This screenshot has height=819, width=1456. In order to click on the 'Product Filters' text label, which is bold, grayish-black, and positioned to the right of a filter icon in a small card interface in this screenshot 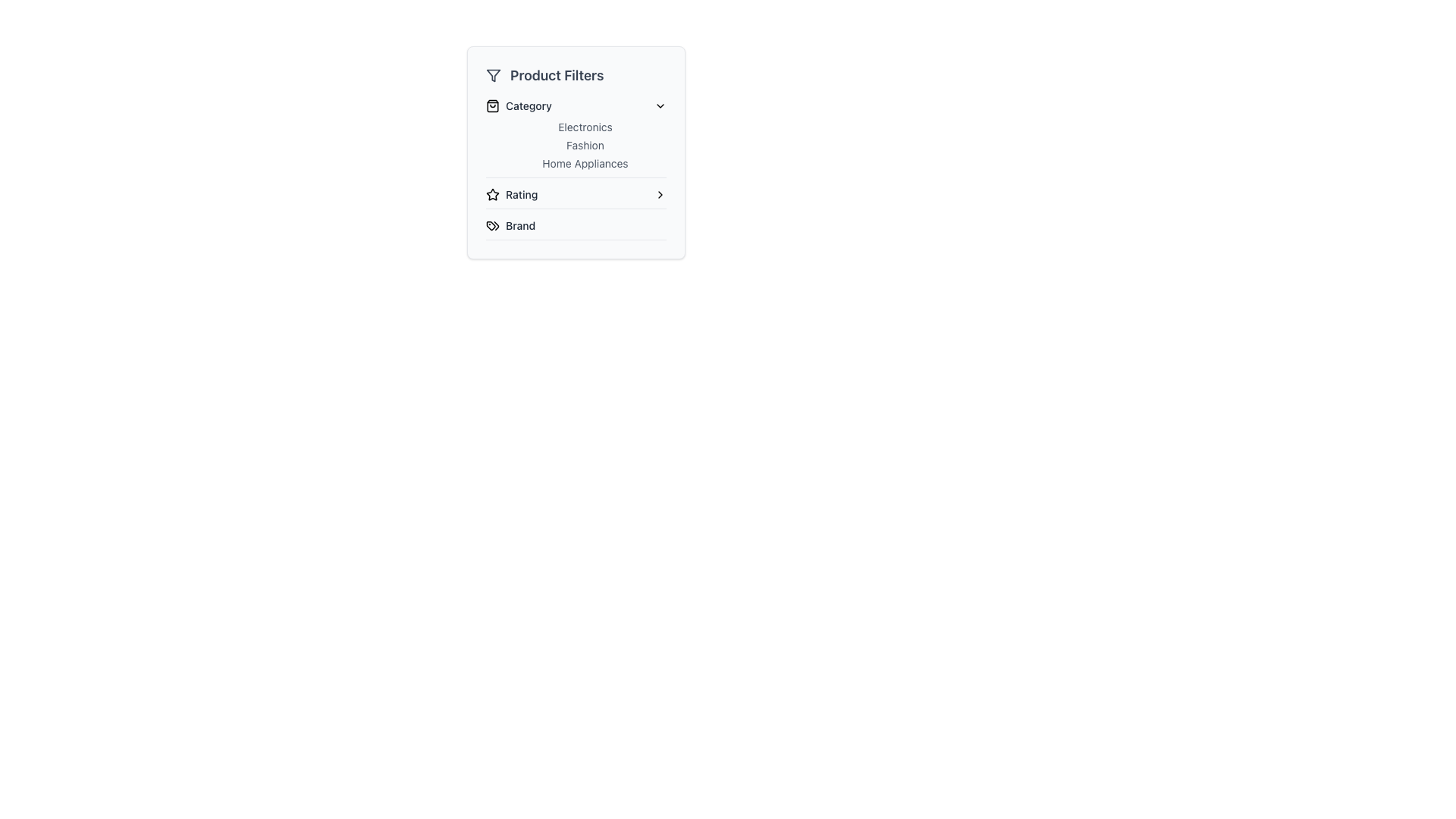, I will do `click(556, 76)`.